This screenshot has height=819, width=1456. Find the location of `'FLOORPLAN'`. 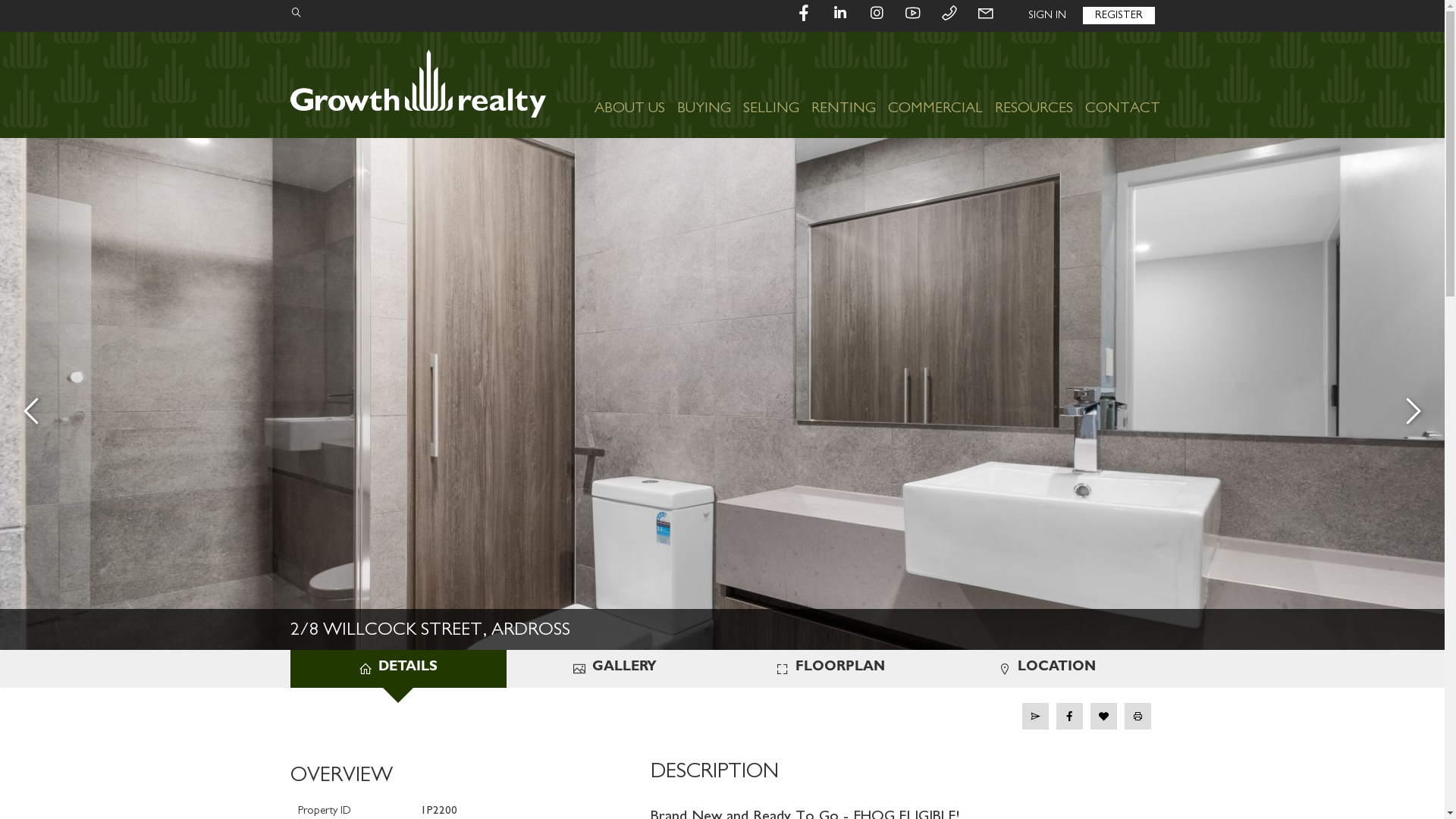

'FLOORPLAN' is located at coordinates (829, 668).